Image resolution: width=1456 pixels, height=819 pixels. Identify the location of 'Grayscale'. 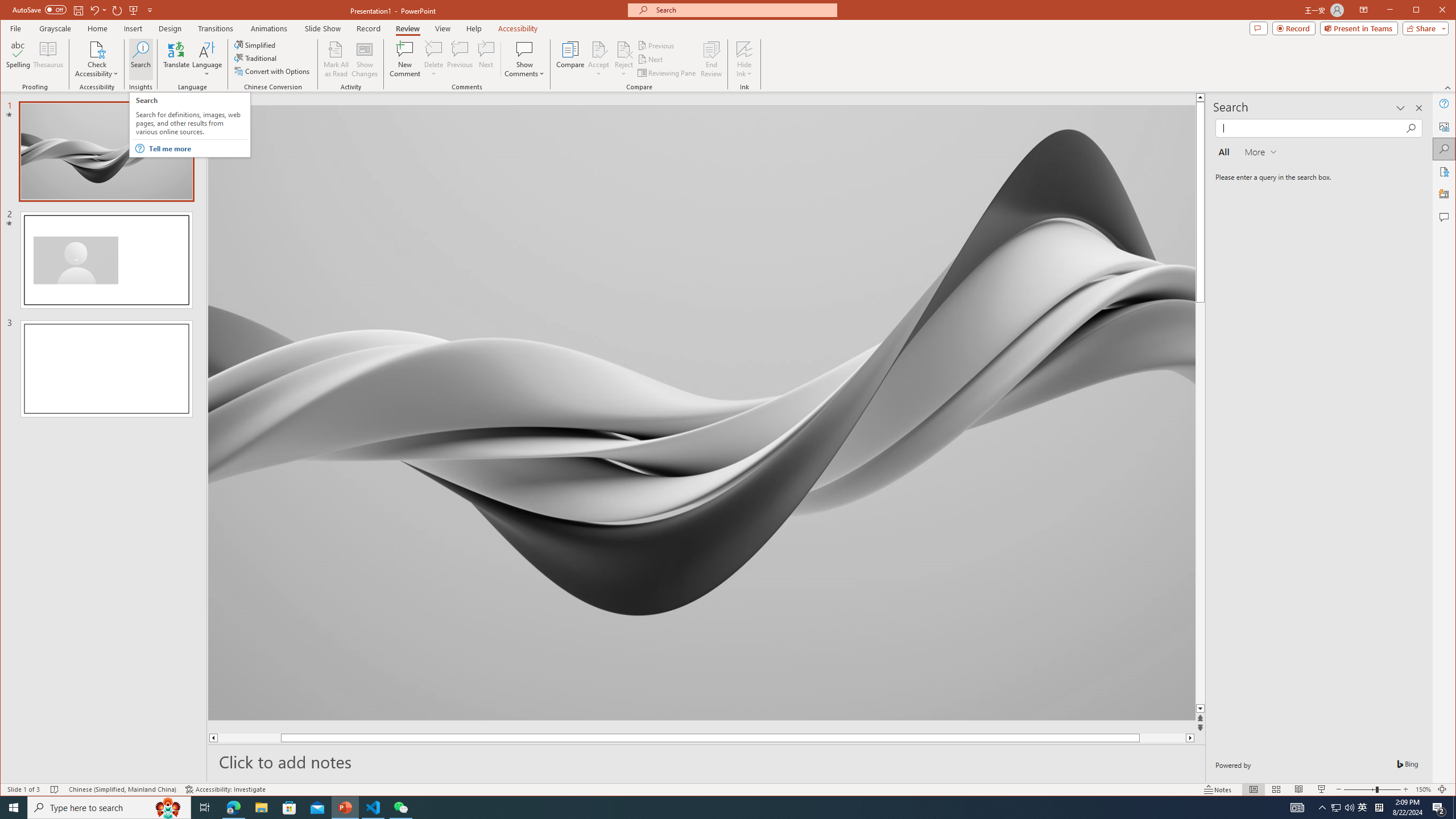
(55, 28).